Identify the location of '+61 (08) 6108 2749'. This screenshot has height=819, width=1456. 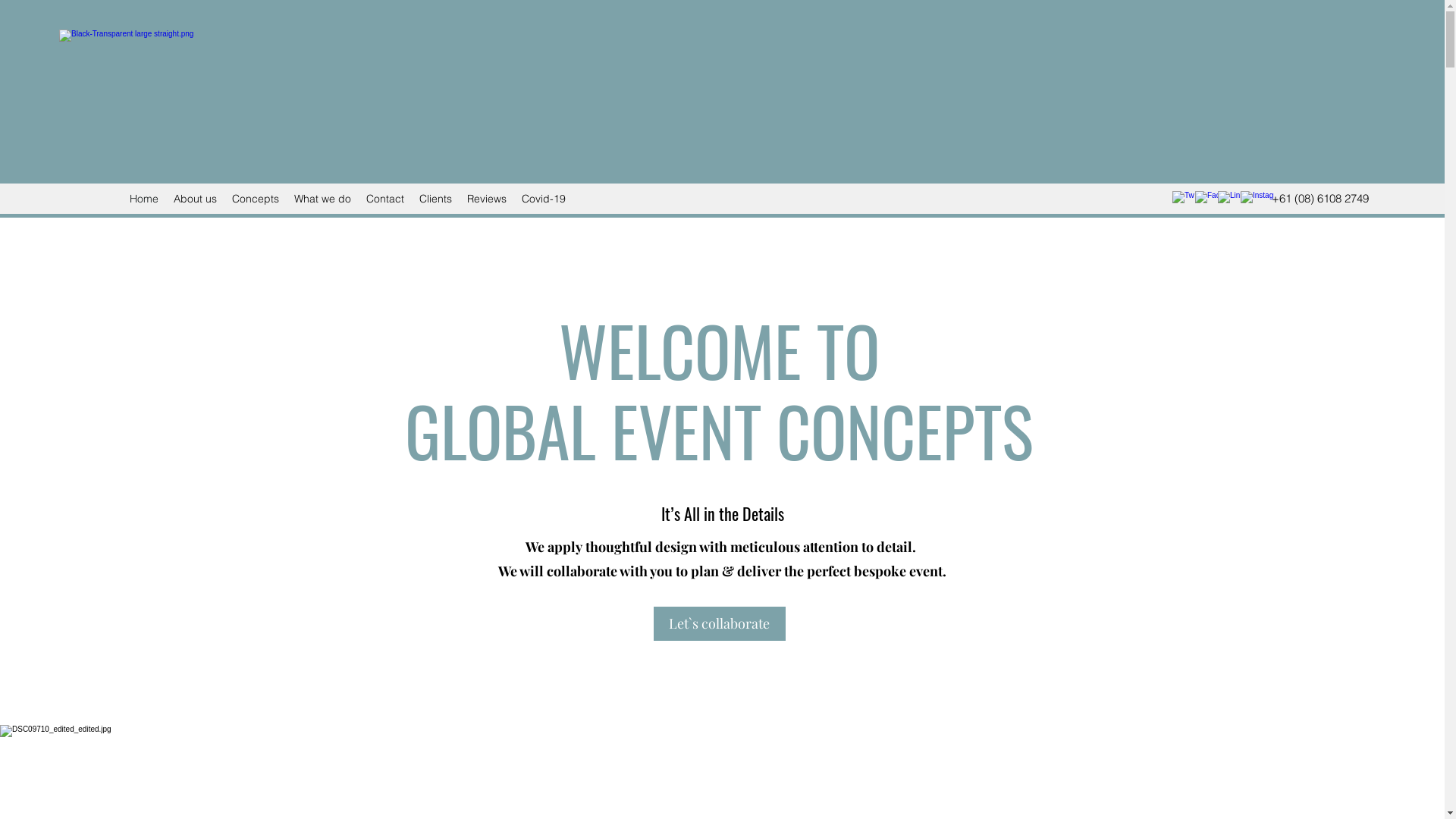
(1319, 198).